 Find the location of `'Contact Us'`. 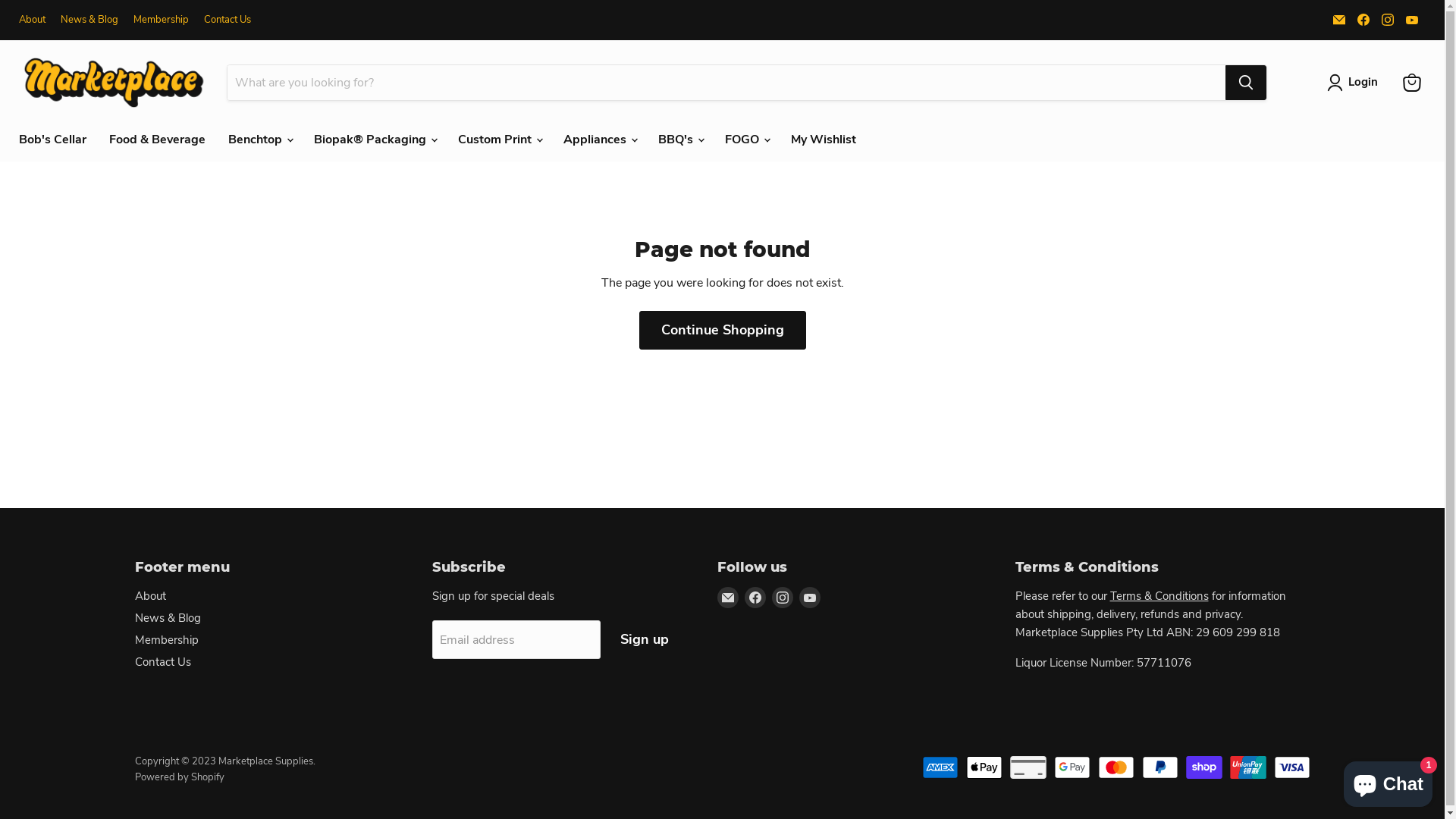

'Contact Us' is located at coordinates (163, 661).